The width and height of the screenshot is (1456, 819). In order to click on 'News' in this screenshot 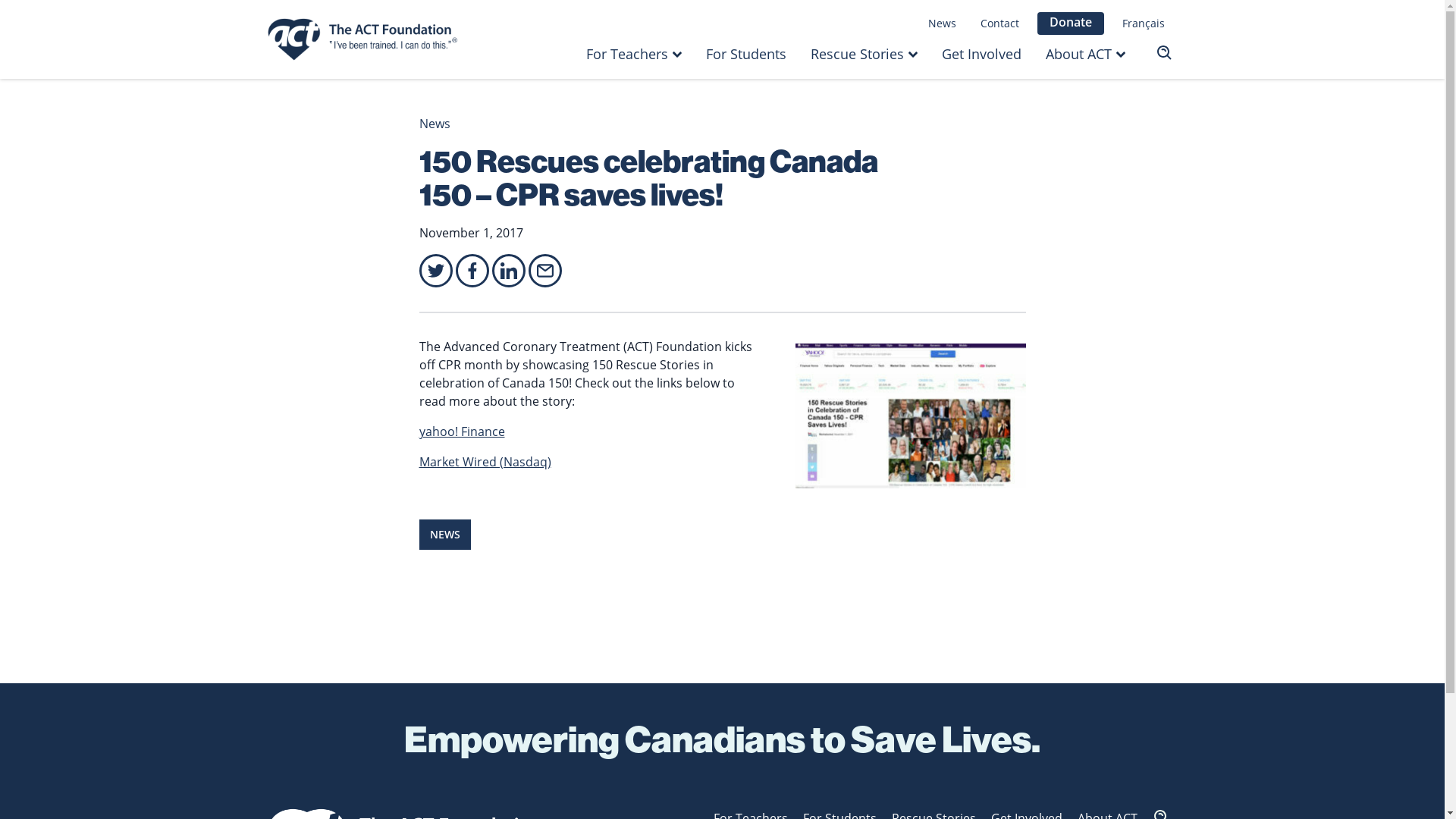, I will do `click(915, 23)`.